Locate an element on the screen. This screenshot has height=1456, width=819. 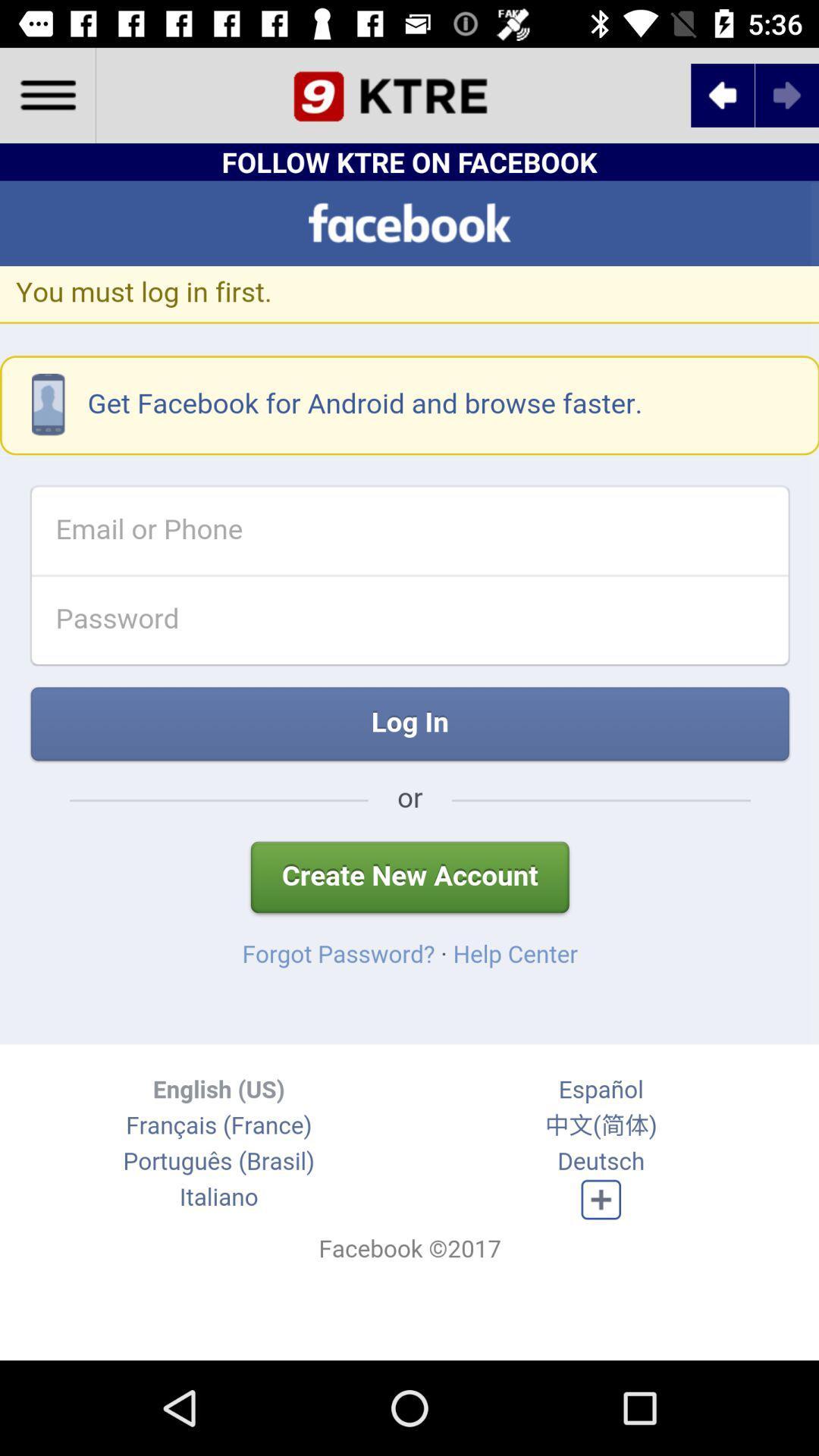
the date_range icon is located at coordinates (409, 94).